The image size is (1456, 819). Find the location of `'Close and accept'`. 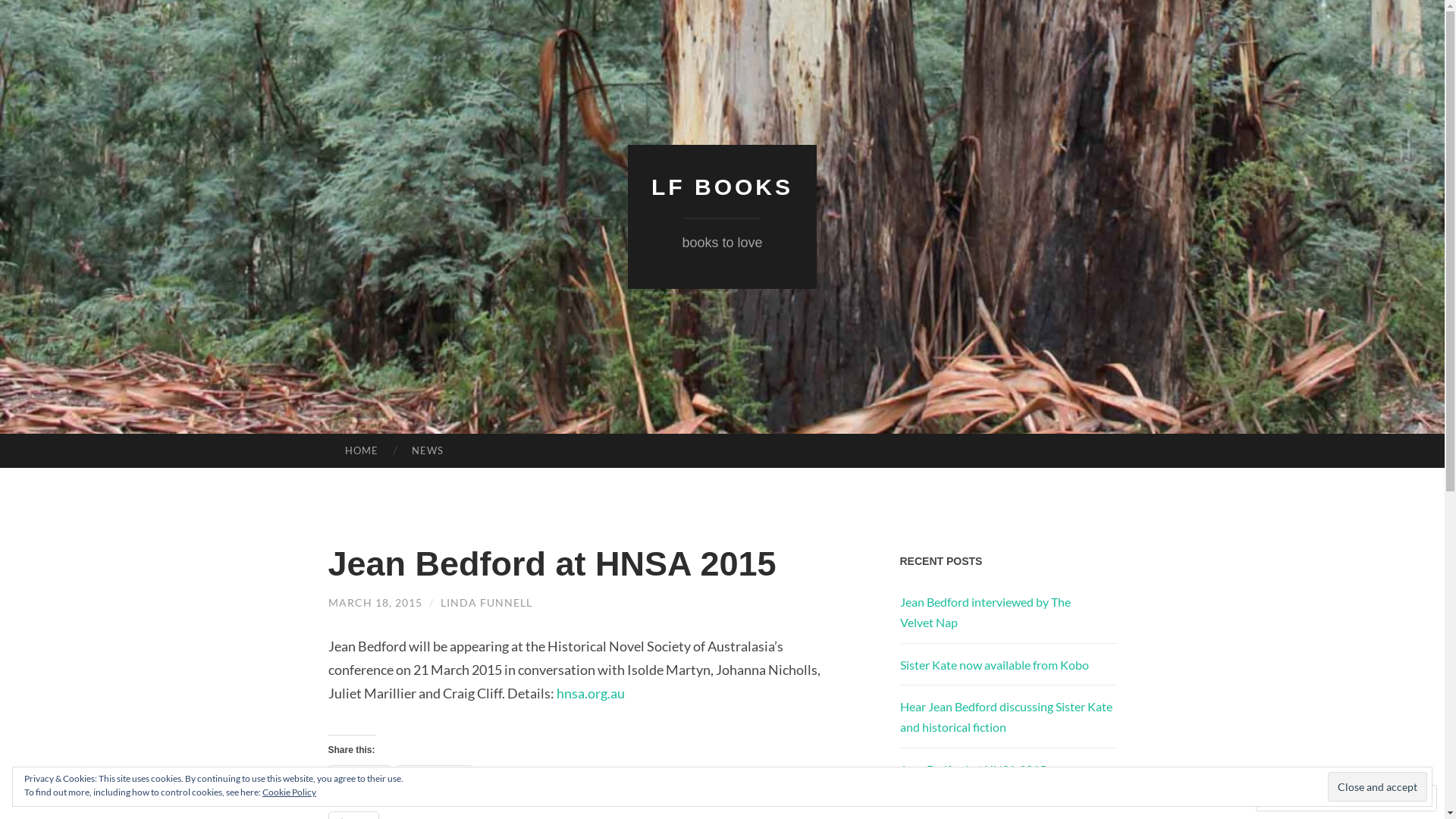

'Close and accept' is located at coordinates (1377, 786).